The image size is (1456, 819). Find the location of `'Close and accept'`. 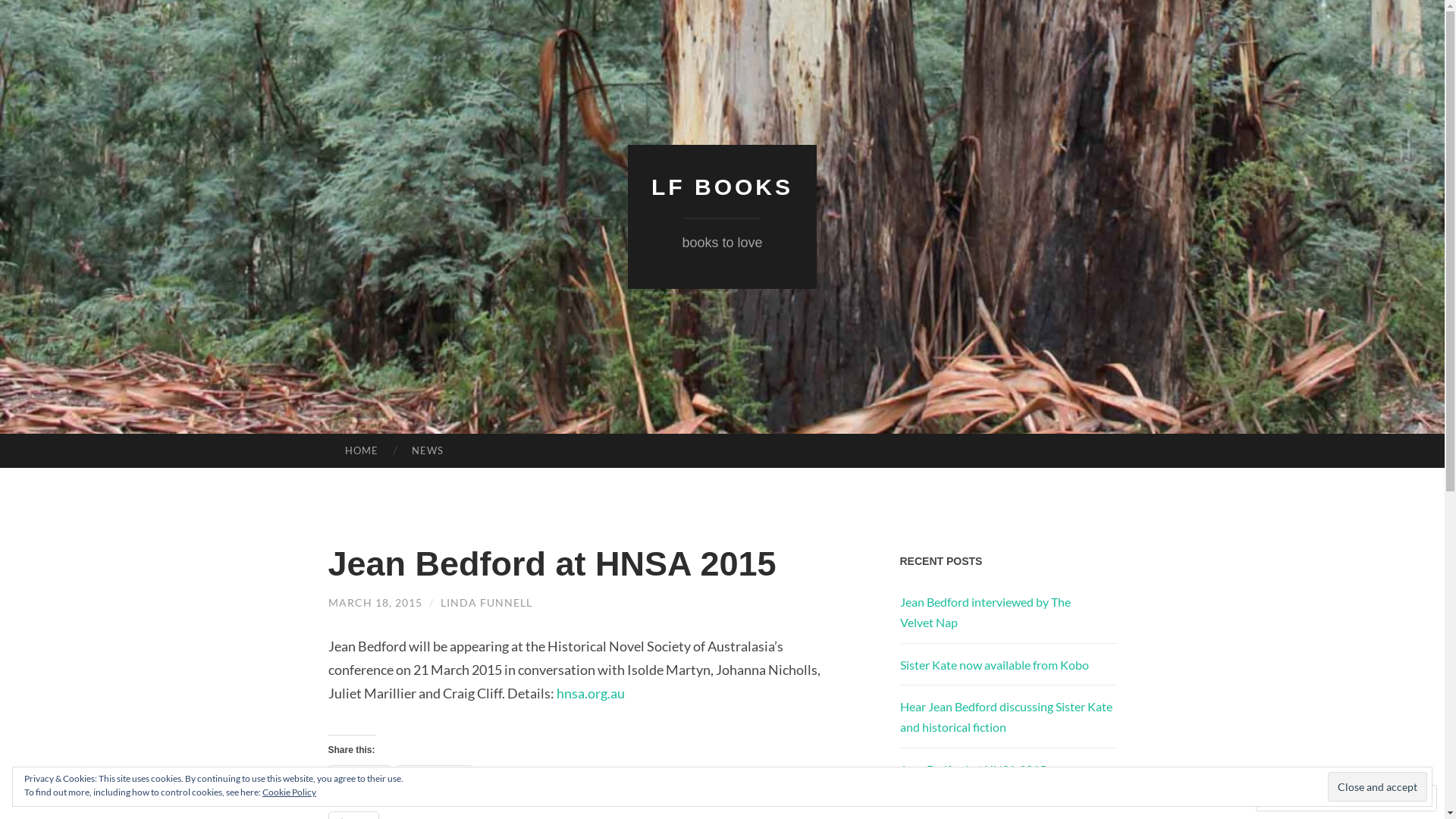

'Close and accept' is located at coordinates (1377, 786).